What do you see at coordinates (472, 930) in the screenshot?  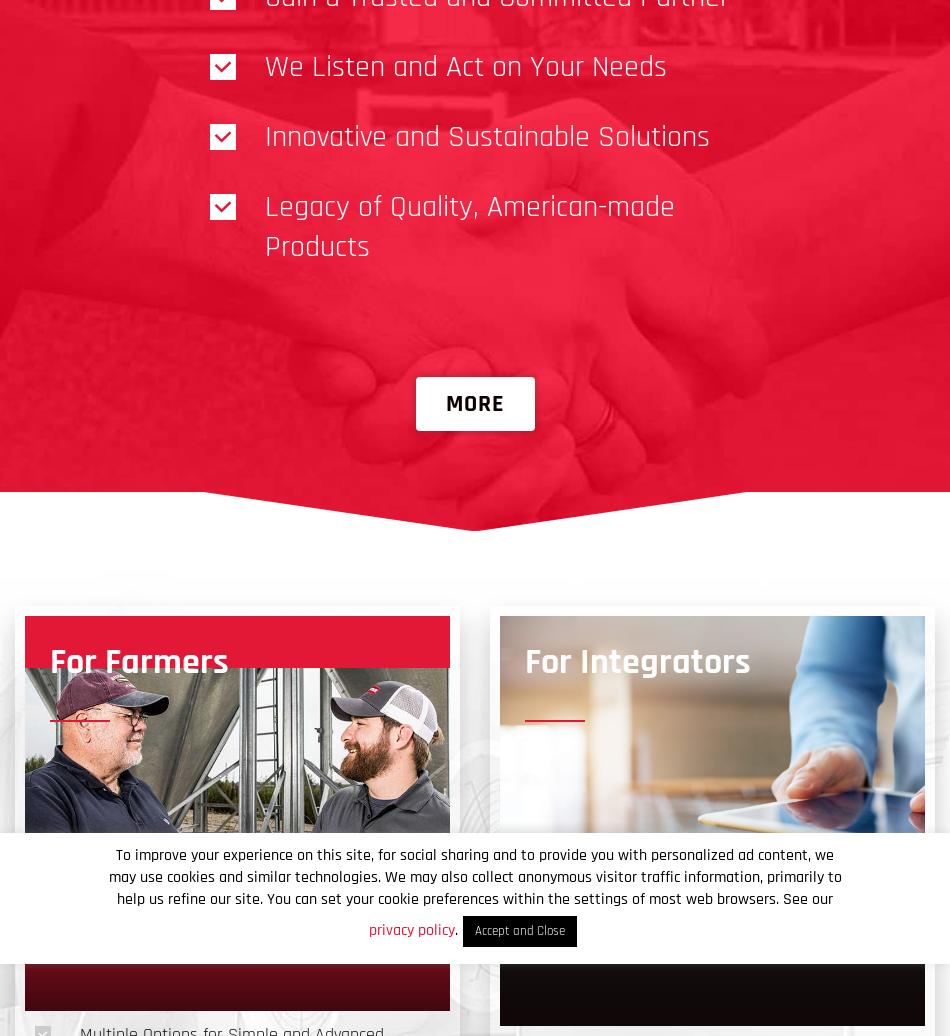 I see `'Accept and Close'` at bounding box center [472, 930].